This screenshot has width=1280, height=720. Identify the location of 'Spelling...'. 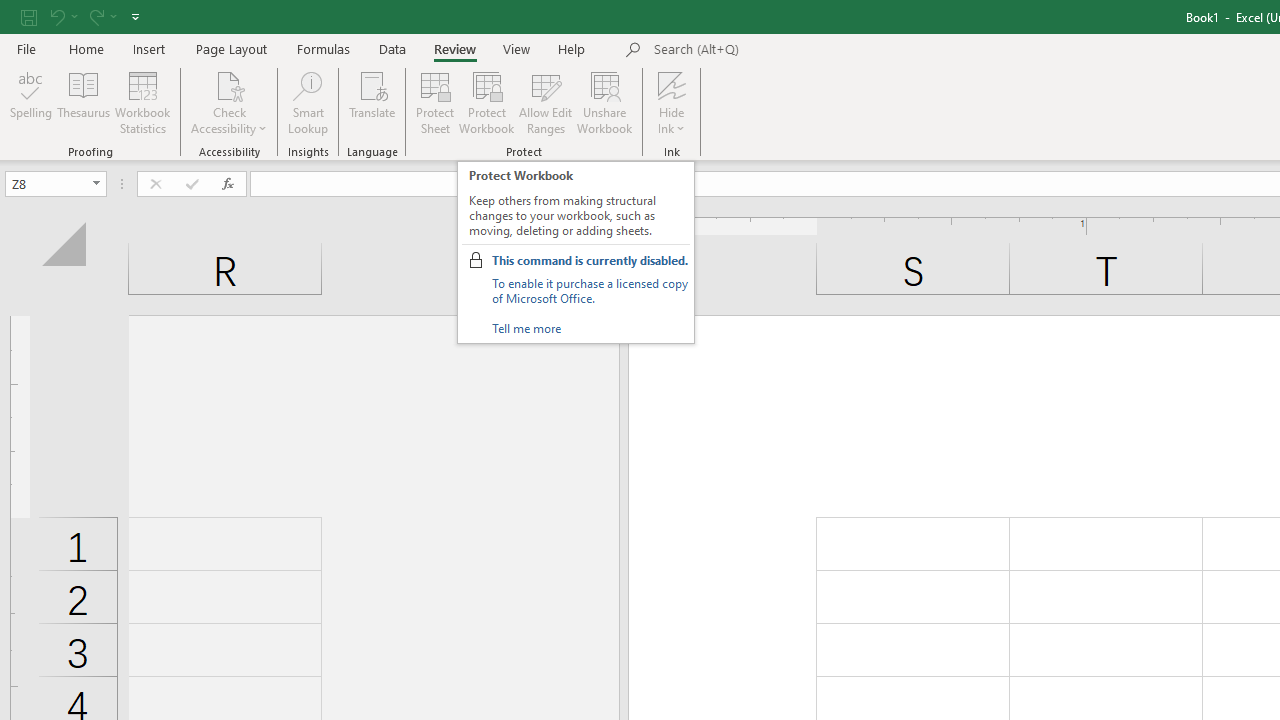
(31, 103).